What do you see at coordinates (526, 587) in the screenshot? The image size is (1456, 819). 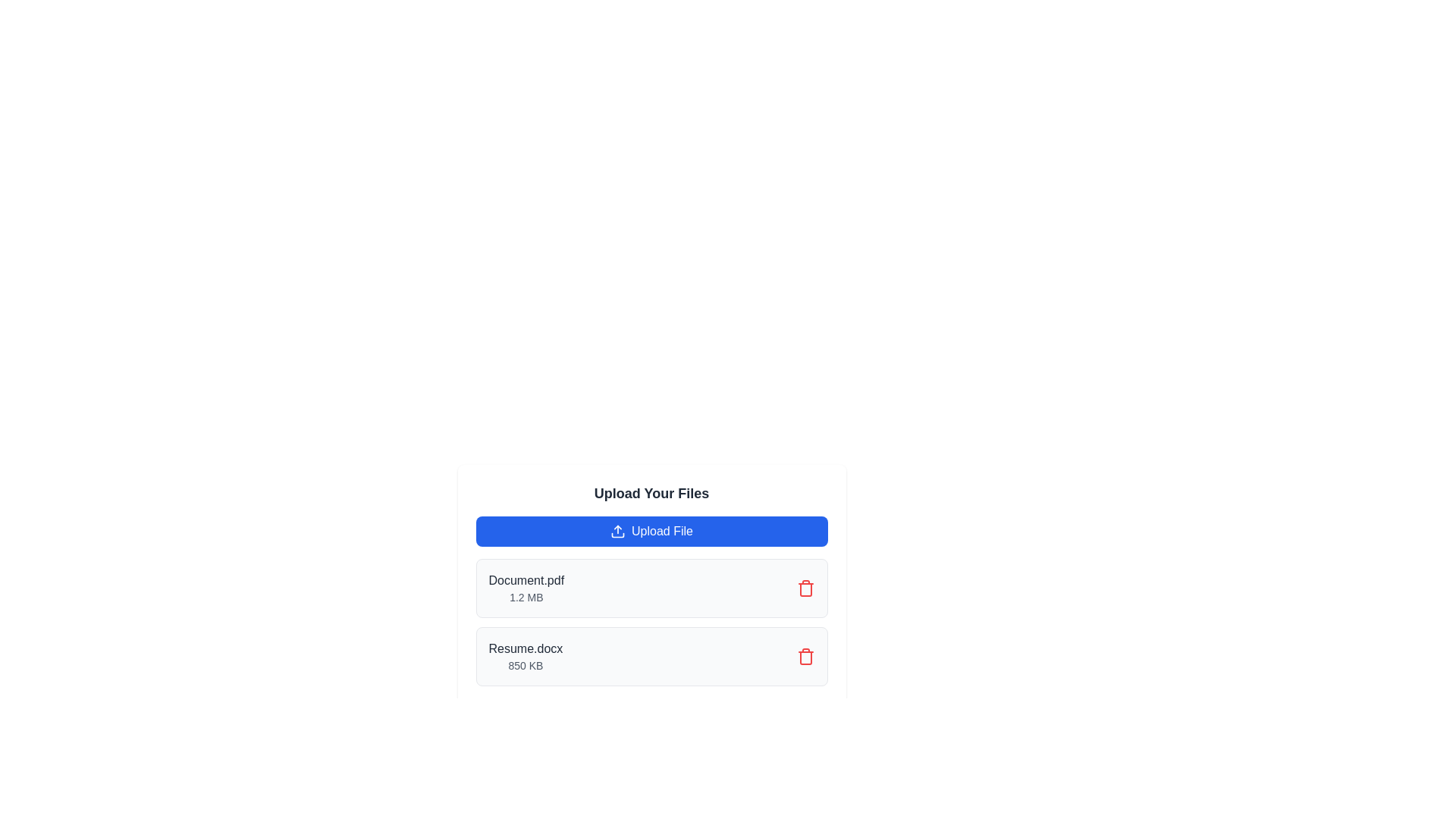 I see `the text label displaying 'Document.pdf' and '1.2 MB' located within the first item of the list layout beneath the 'Upload File' button` at bounding box center [526, 587].